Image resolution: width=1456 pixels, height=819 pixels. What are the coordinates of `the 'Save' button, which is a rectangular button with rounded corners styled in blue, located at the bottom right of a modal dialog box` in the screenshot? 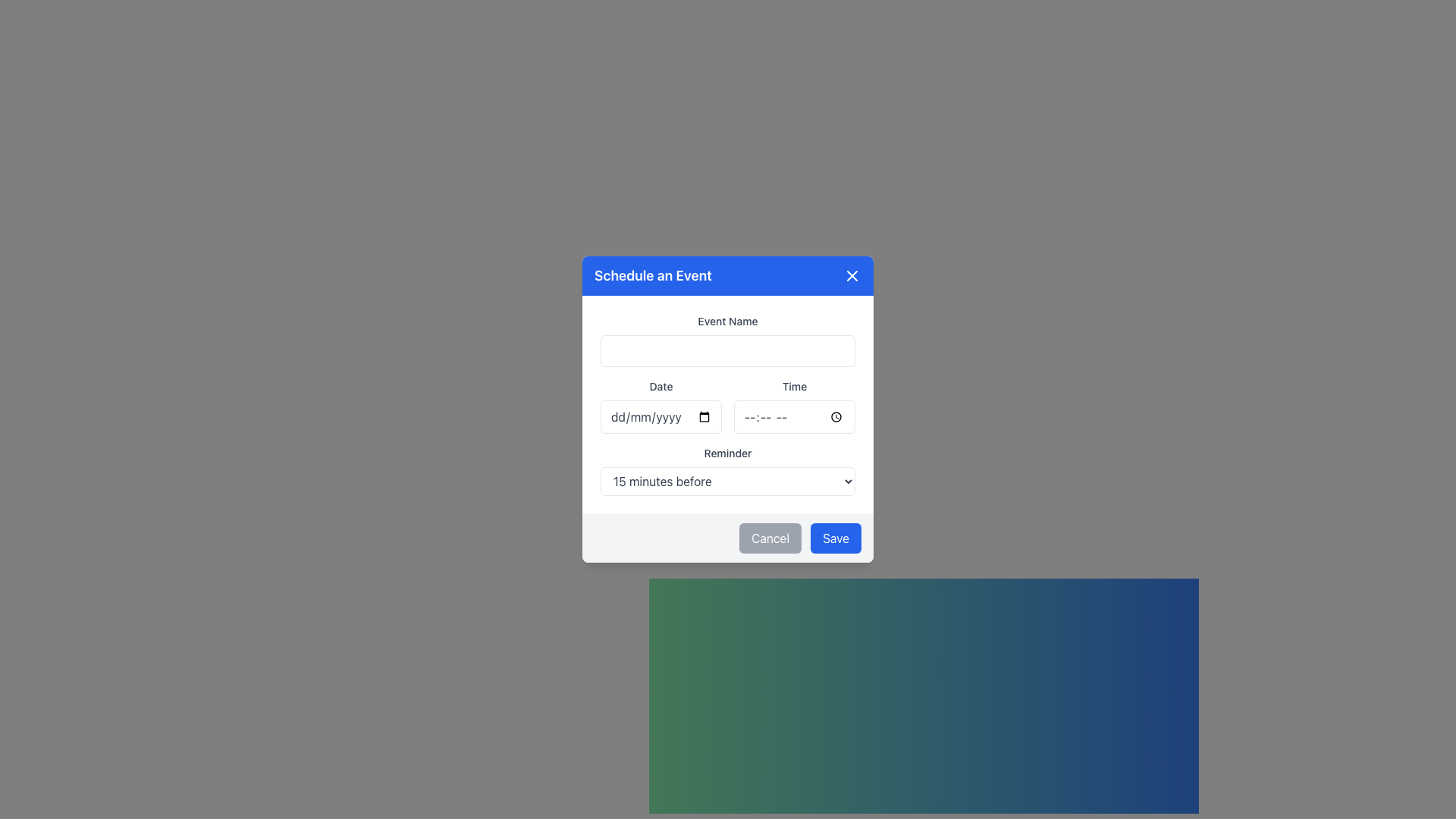 It's located at (835, 537).